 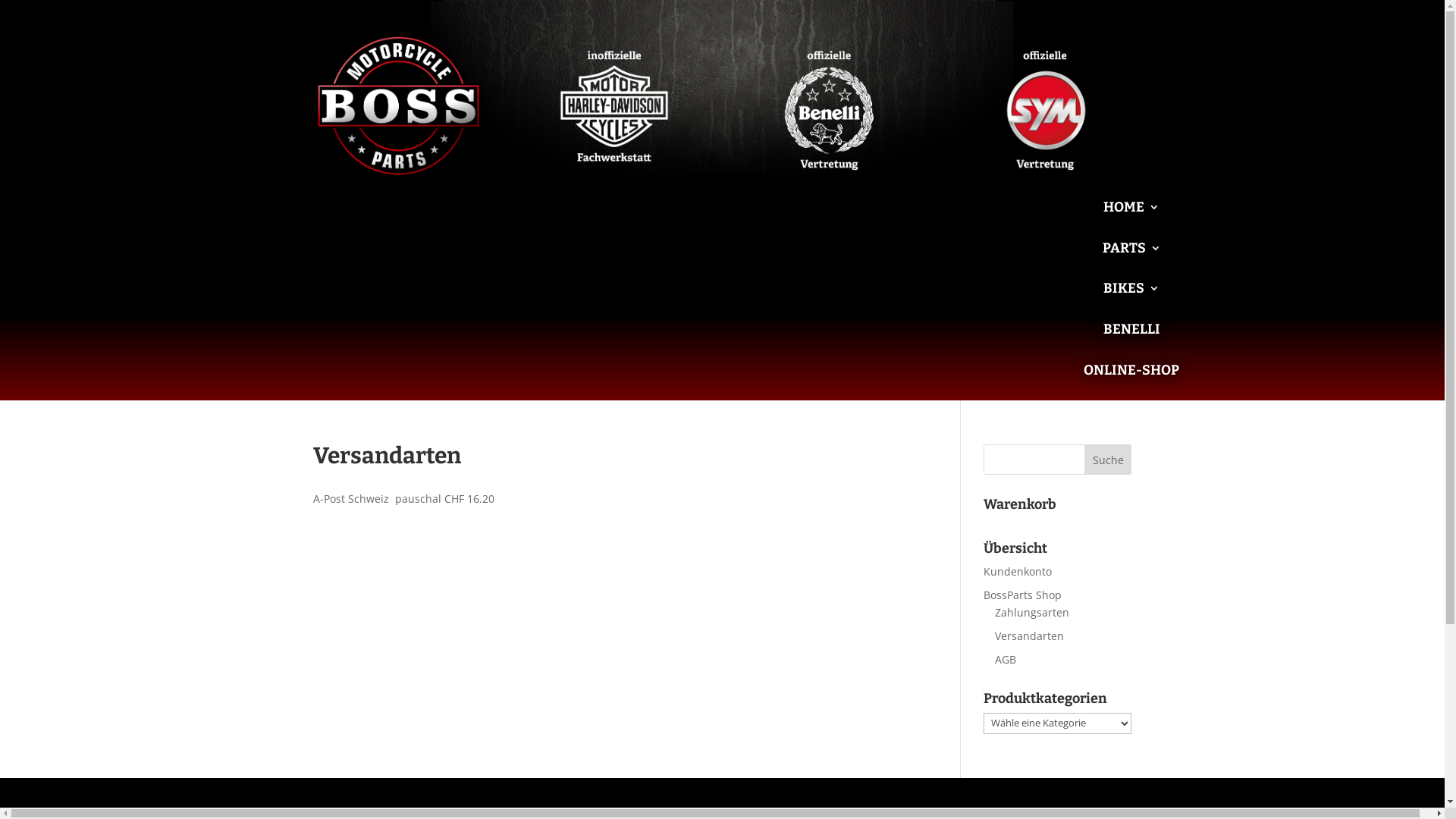 What do you see at coordinates (1131, 340) in the screenshot?
I see `'BENELLI'` at bounding box center [1131, 340].